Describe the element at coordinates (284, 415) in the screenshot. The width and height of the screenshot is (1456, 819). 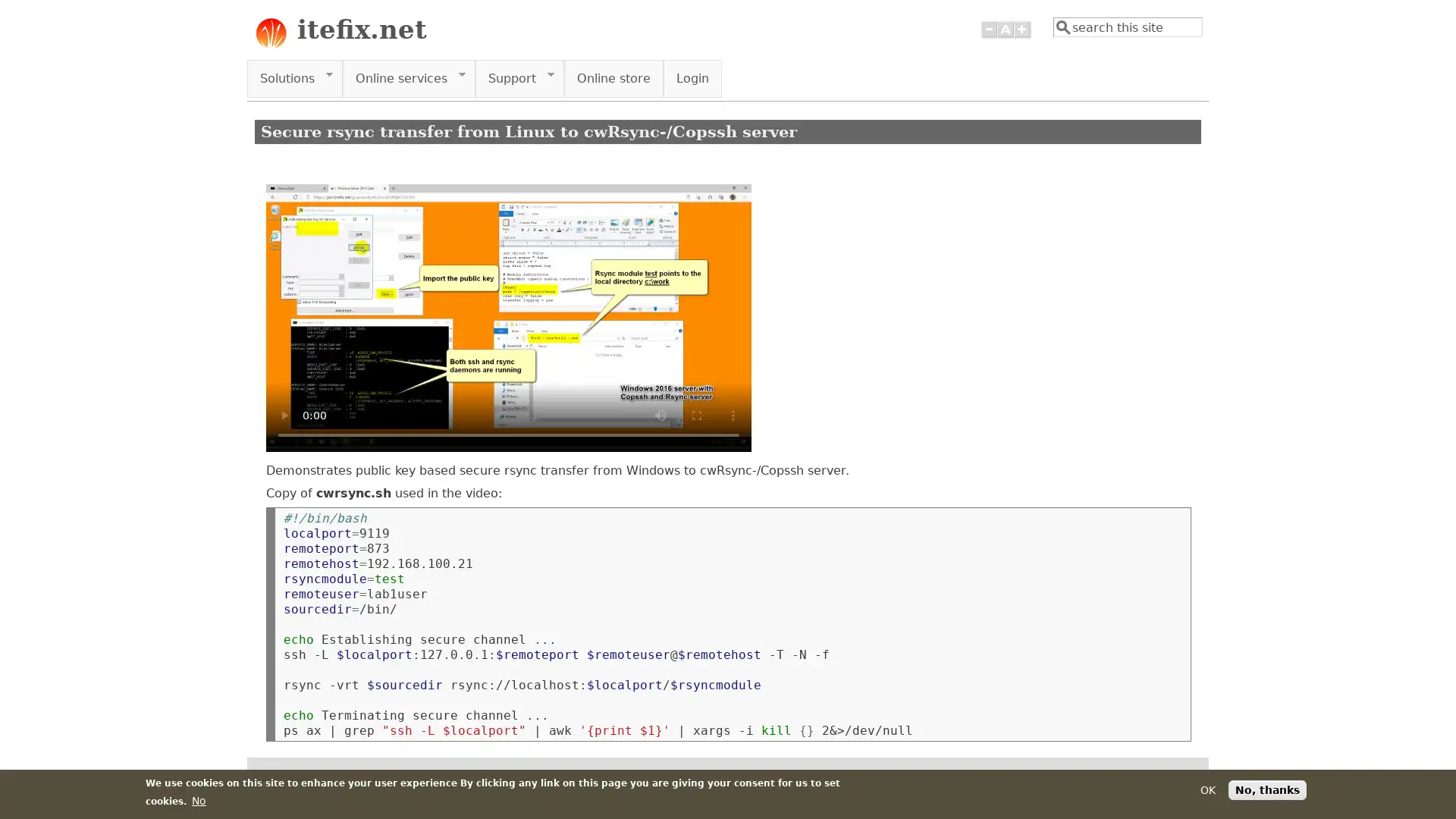
I see `play` at that location.